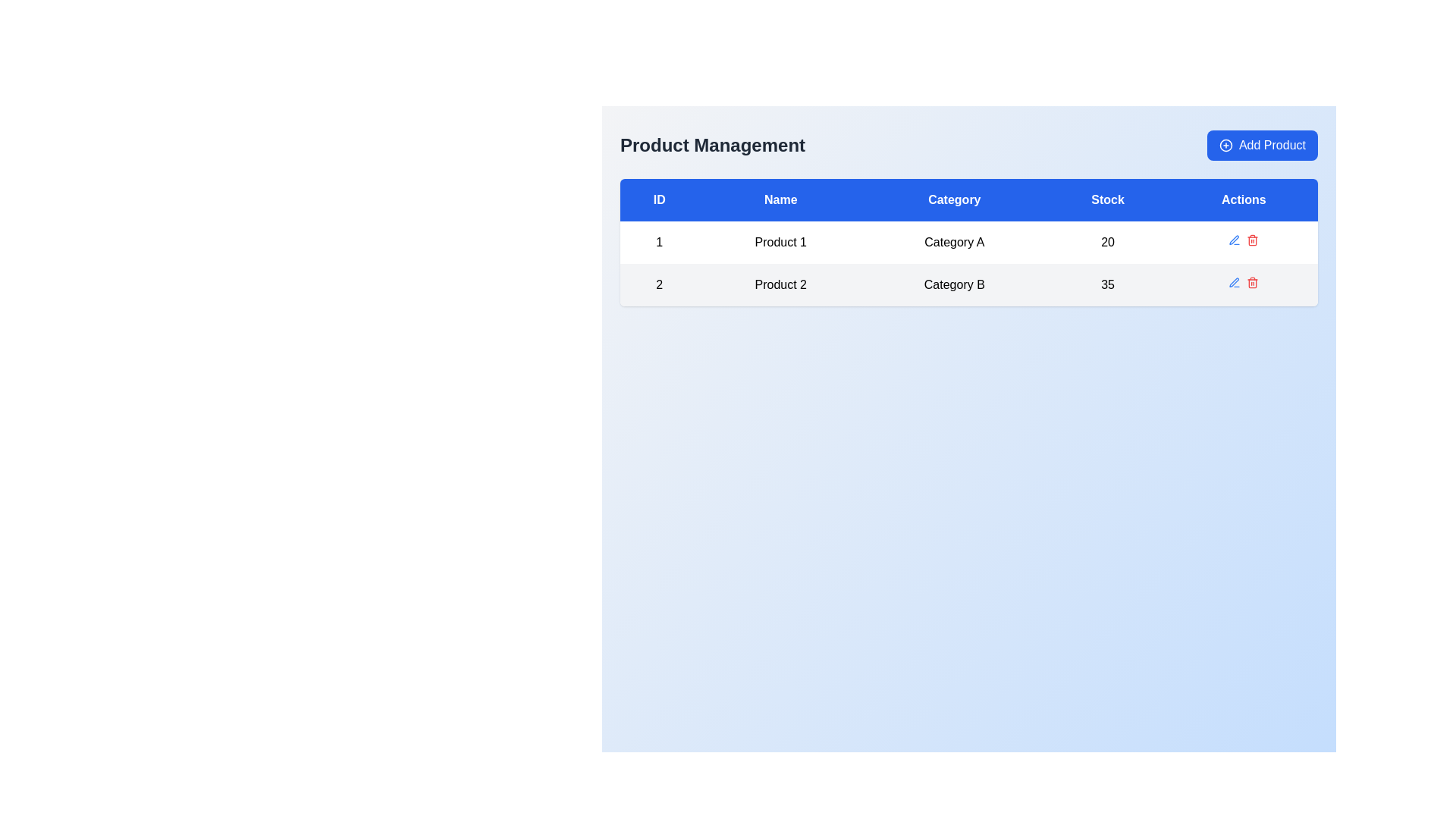 The image size is (1456, 819). Describe the element at coordinates (1108, 284) in the screenshot. I see `the Text label displaying the numeric value '35' in bold font, located in the fourth column of the second row in the 'Stock' column for 'Product 2'` at that location.